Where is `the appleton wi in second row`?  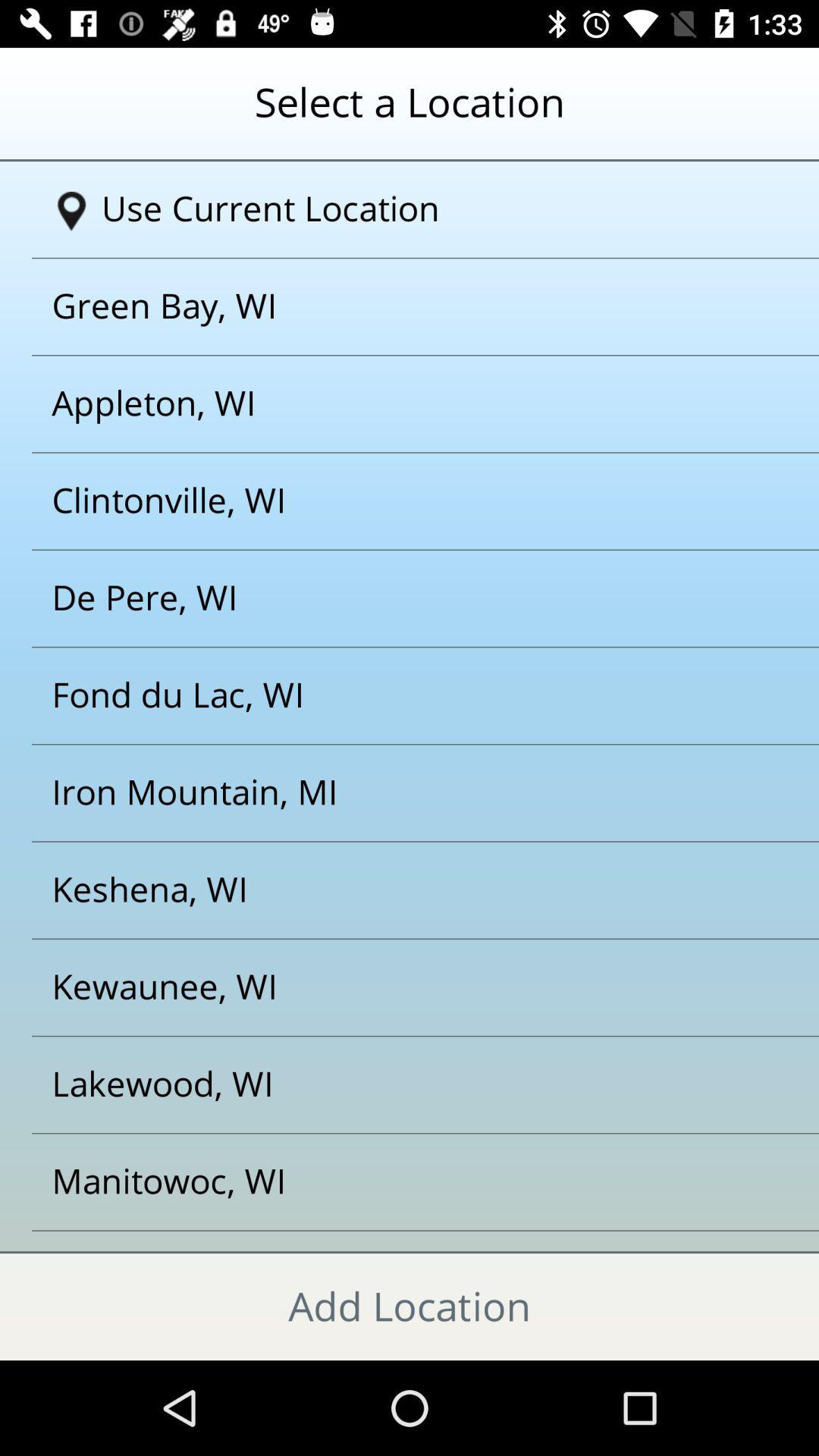
the appleton wi in second row is located at coordinates (390, 403).